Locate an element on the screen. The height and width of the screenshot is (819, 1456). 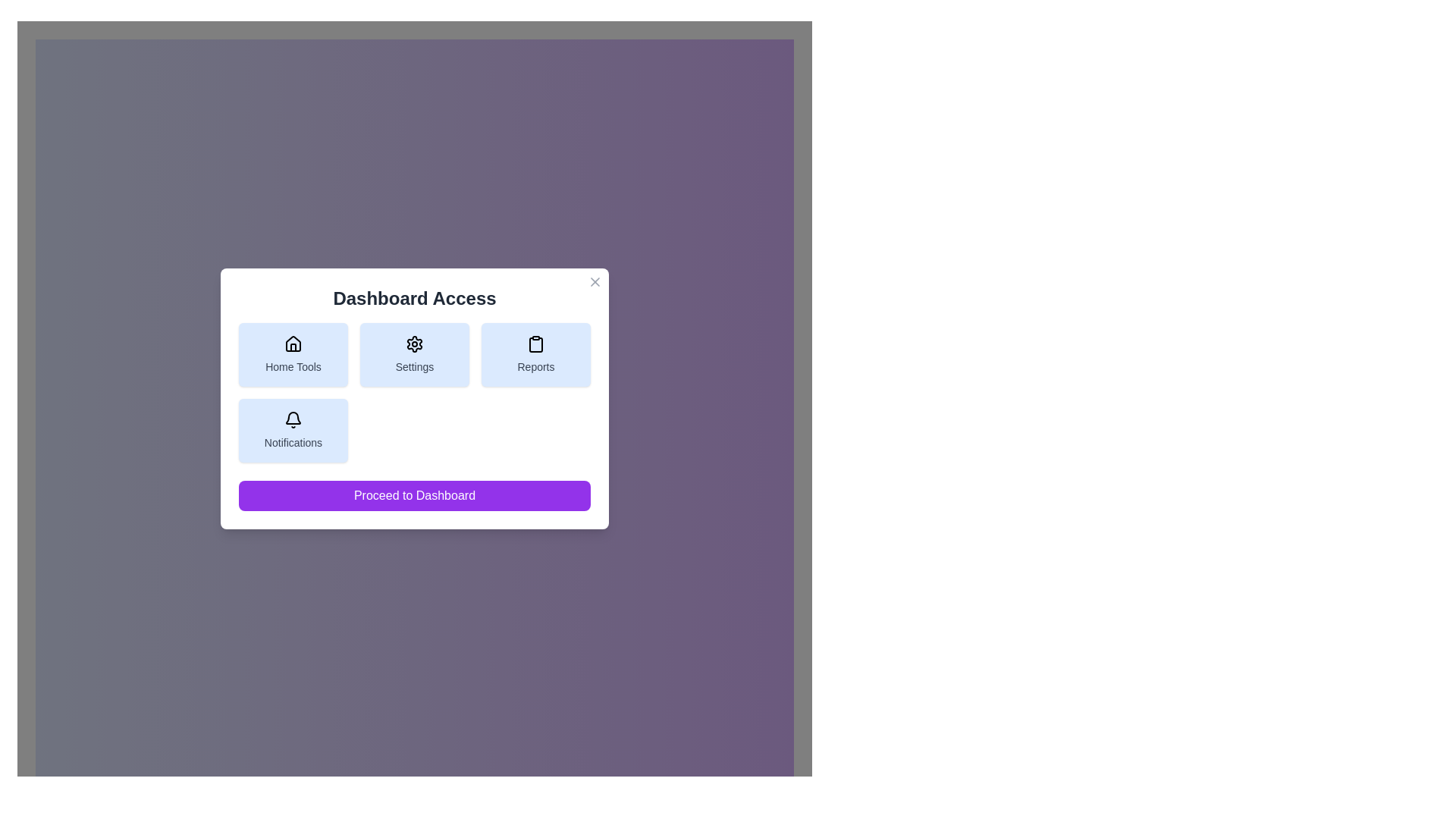
the gray close (X) button located at the top-right corner of the 'Dashboard Access' modal dialog is located at coordinates (595, 281).